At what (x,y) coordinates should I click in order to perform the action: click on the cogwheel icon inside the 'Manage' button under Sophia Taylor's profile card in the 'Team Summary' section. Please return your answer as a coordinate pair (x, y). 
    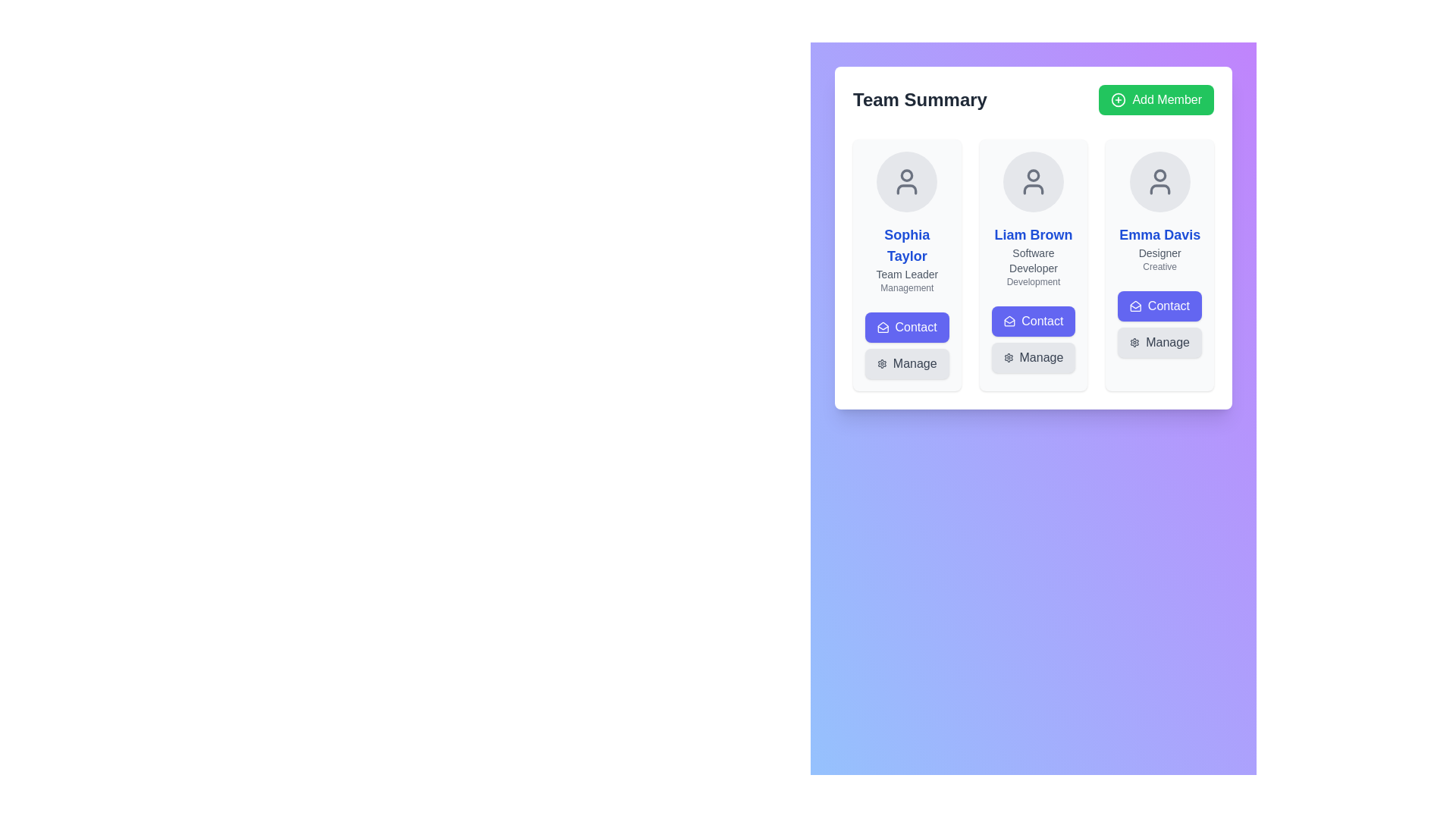
    Looking at the image, I should click on (881, 363).